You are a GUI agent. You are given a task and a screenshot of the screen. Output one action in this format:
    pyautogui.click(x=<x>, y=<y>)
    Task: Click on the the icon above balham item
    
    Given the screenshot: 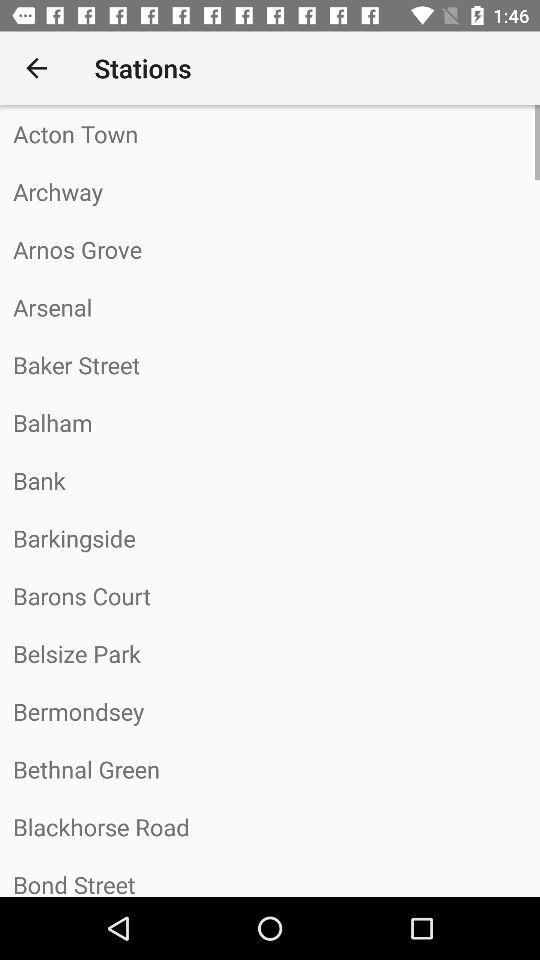 What is the action you would take?
    pyautogui.click(x=270, y=364)
    